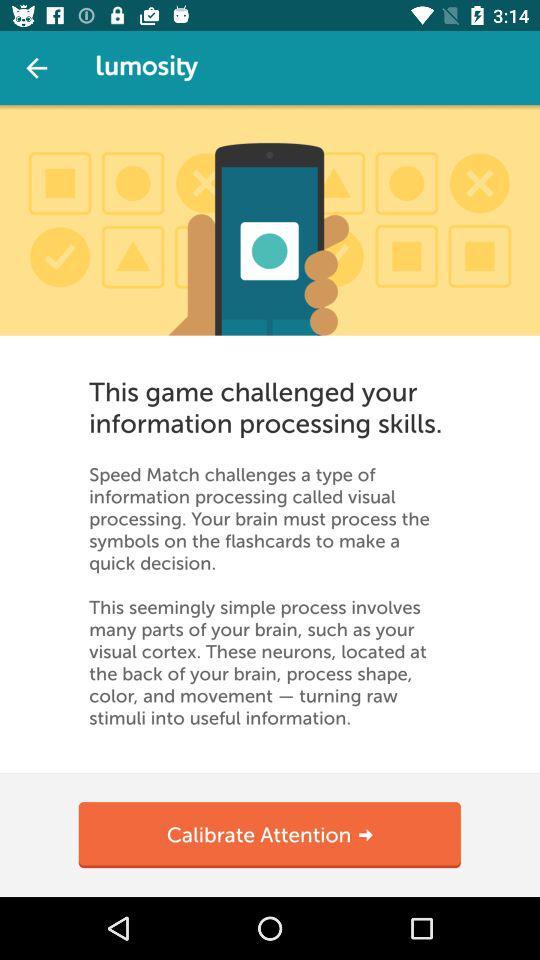 Image resolution: width=540 pixels, height=960 pixels. Describe the element at coordinates (36, 68) in the screenshot. I see `previous page` at that location.